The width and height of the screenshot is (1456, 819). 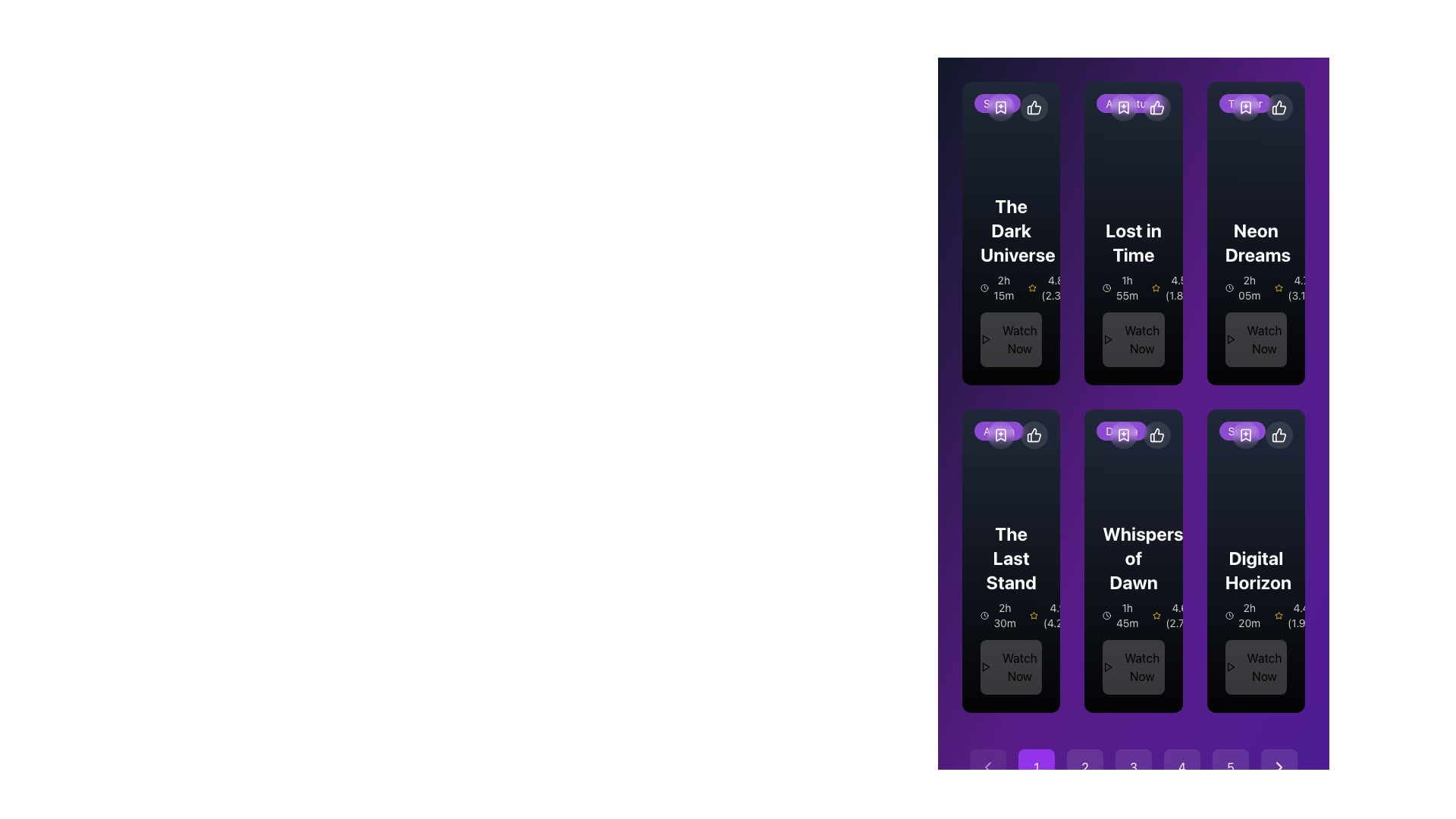 What do you see at coordinates (1018, 435) in the screenshot?
I see `the circular bookmark button with an icon located at the top-right corner of the card labeled 'The Last Stand'` at bounding box center [1018, 435].